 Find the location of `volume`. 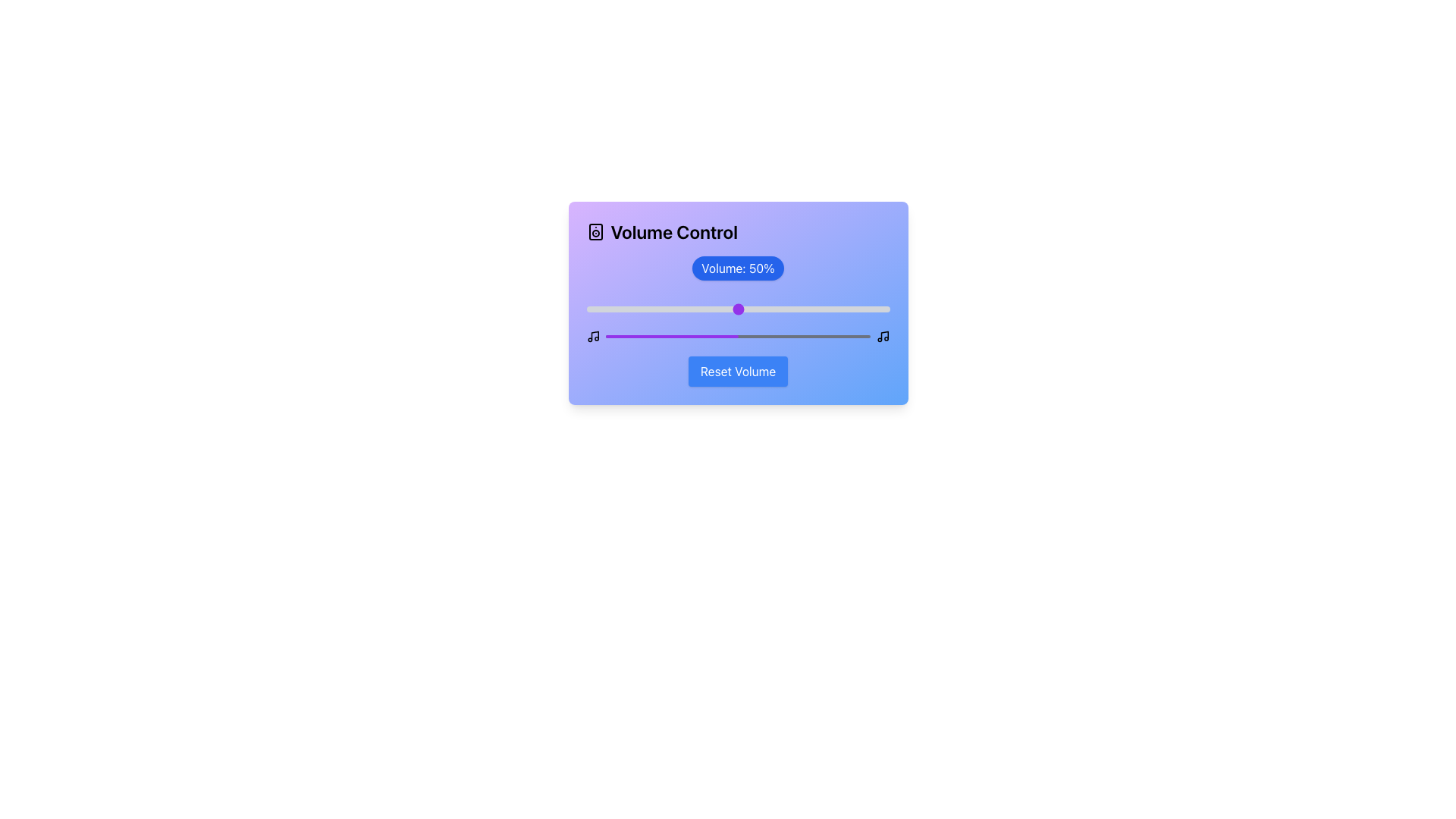

volume is located at coordinates (635, 309).